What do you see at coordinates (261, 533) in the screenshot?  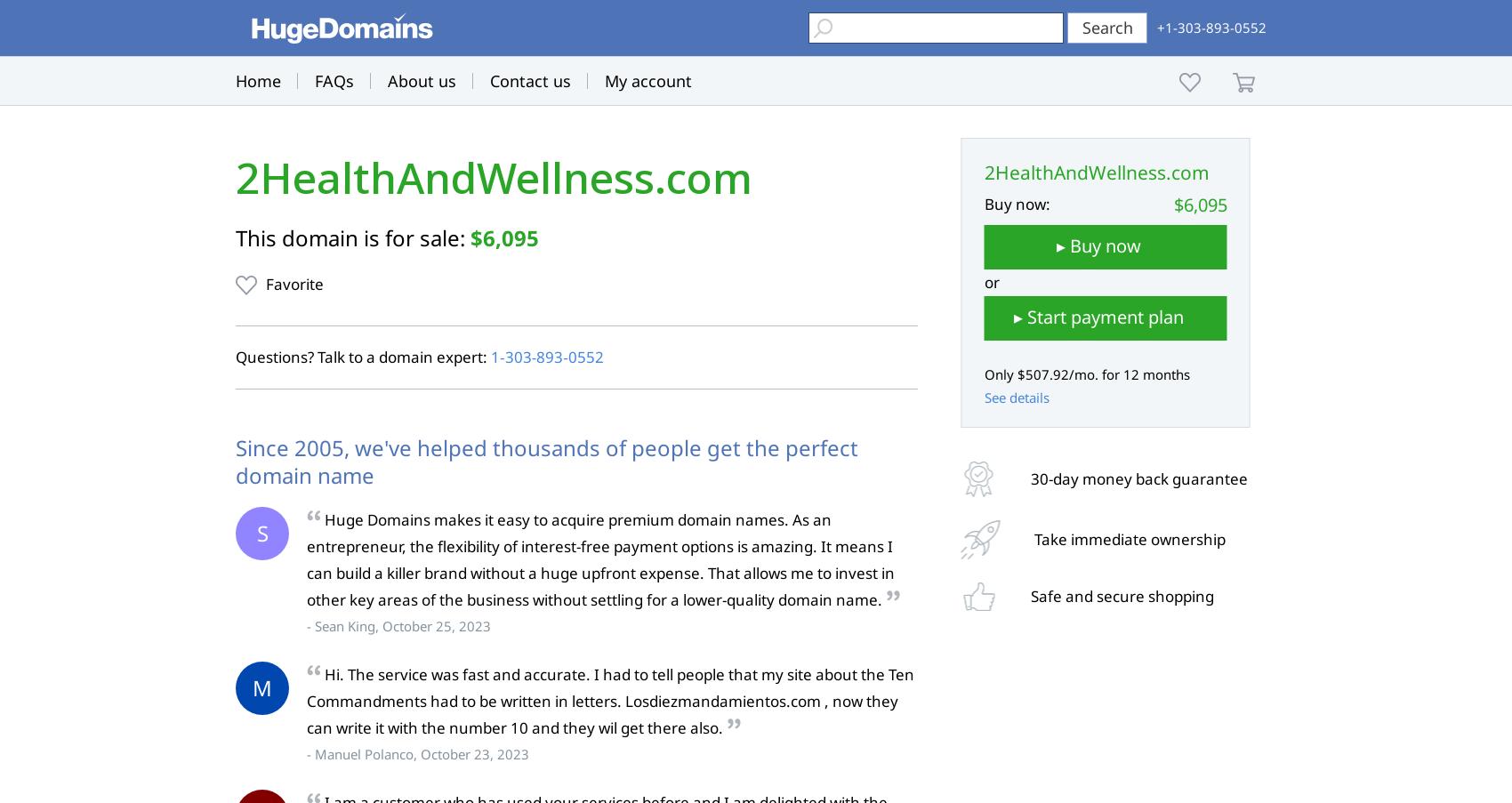 I see `'S'` at bounding box center [261, 533].